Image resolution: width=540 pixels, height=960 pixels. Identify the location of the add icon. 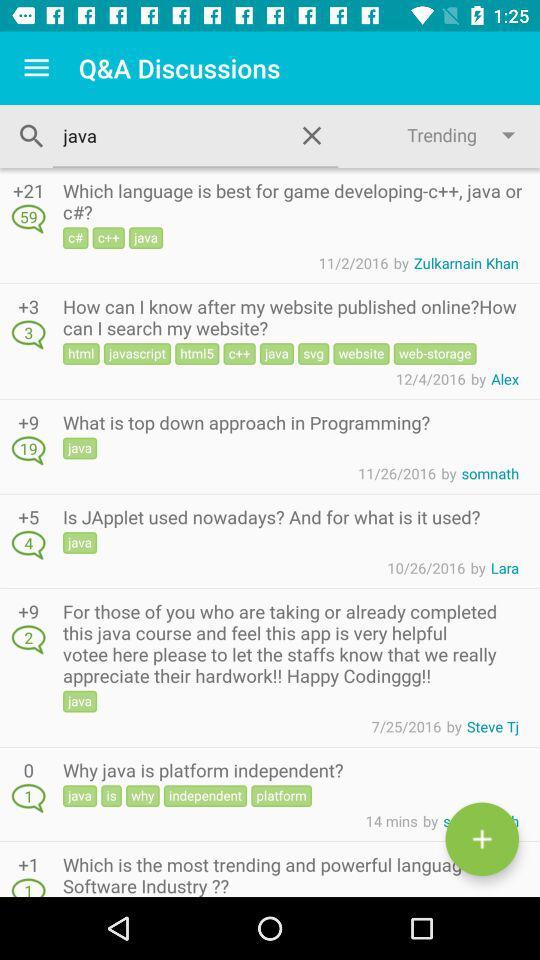
(481, 839).